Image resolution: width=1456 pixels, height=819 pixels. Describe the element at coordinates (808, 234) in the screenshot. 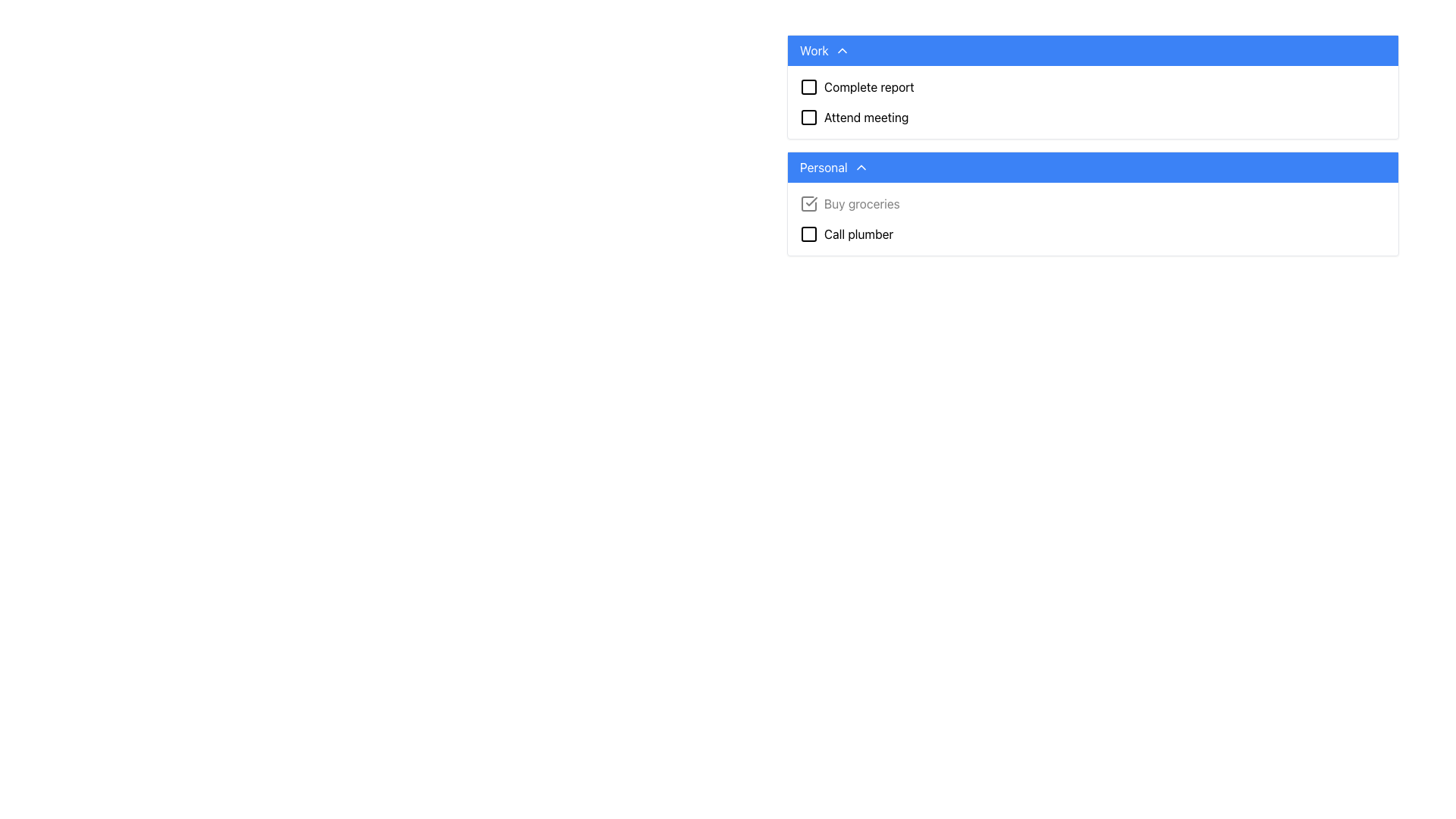

I see `the checkbox styled with a black border and white background` at that location.